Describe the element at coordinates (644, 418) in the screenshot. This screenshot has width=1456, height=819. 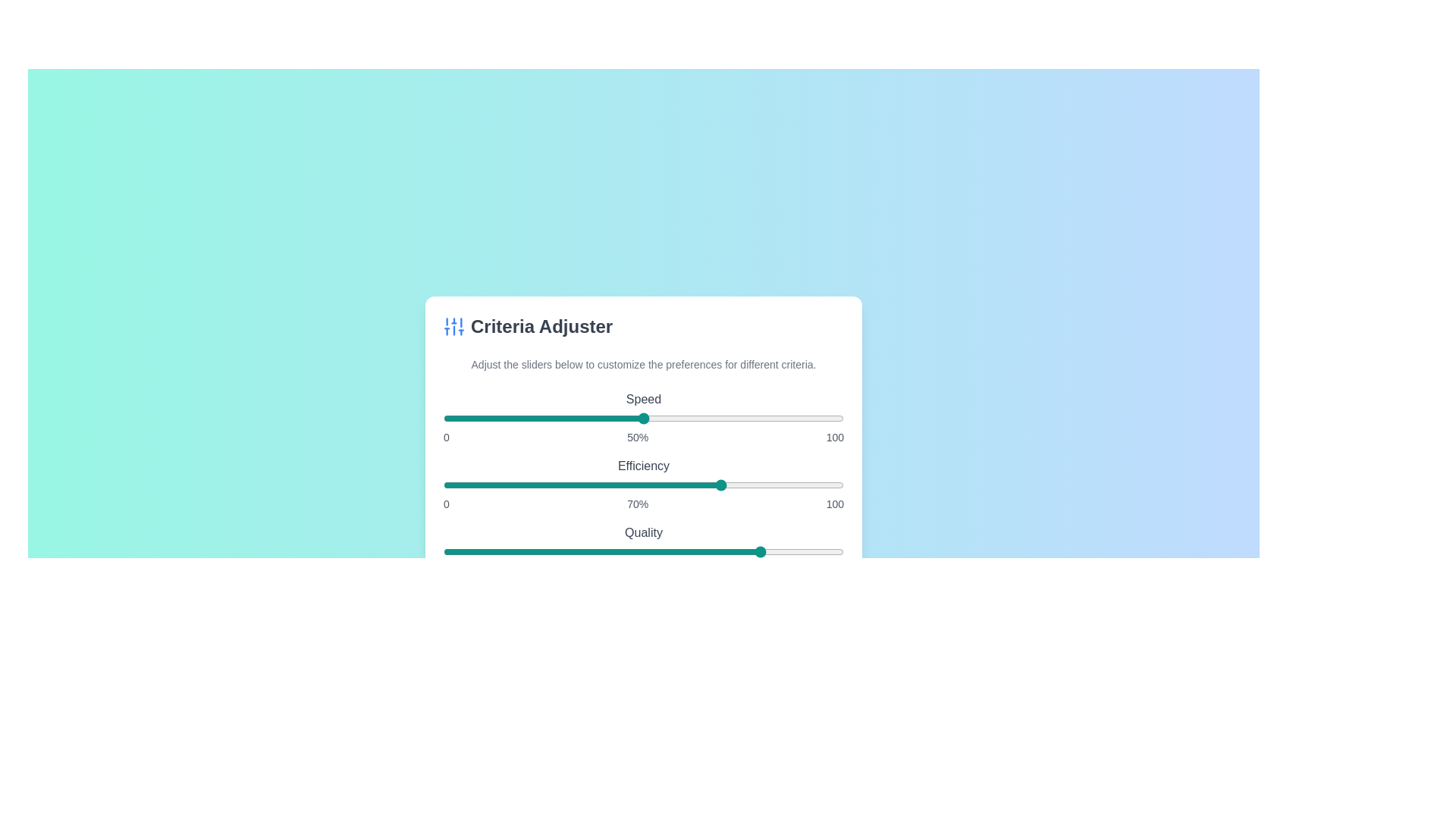
I see `the slider labeled 'Speed' to display its value` at that location.